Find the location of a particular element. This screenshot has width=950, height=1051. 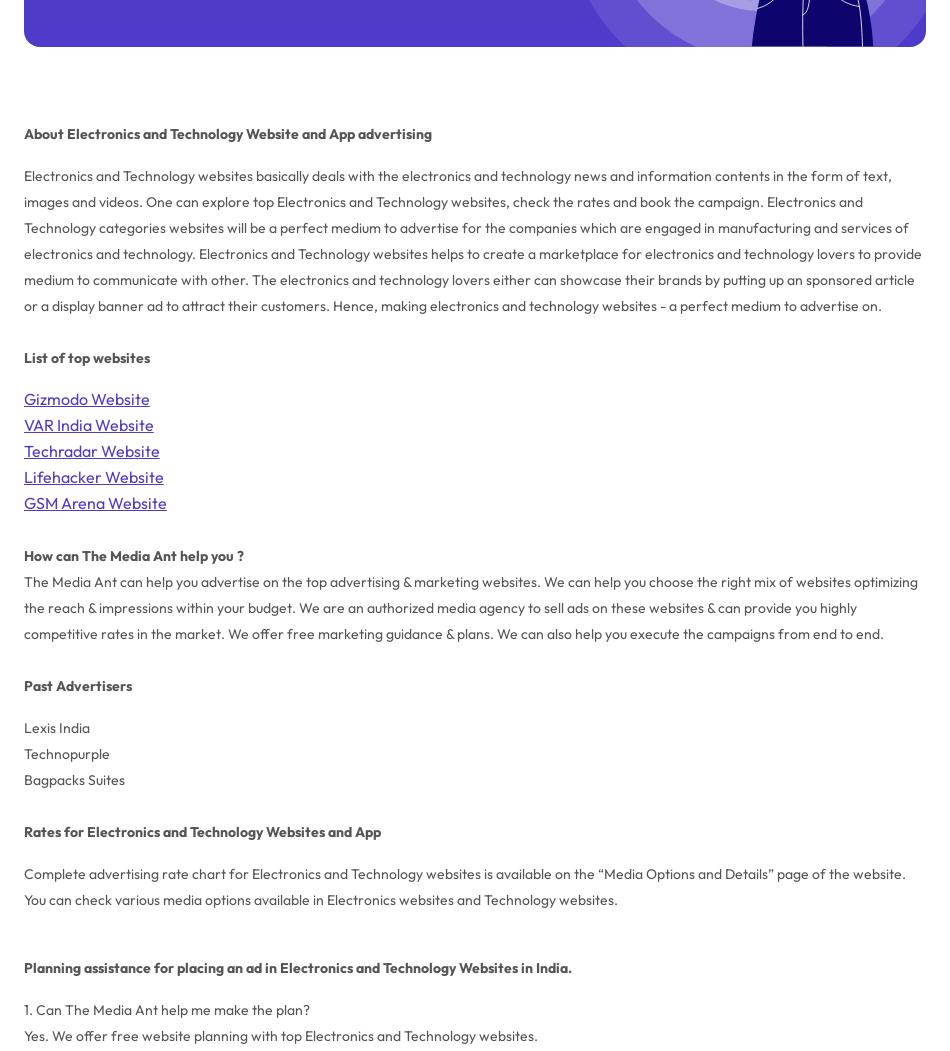

'GSM Arena Website' is located at coordinates (22, 501).